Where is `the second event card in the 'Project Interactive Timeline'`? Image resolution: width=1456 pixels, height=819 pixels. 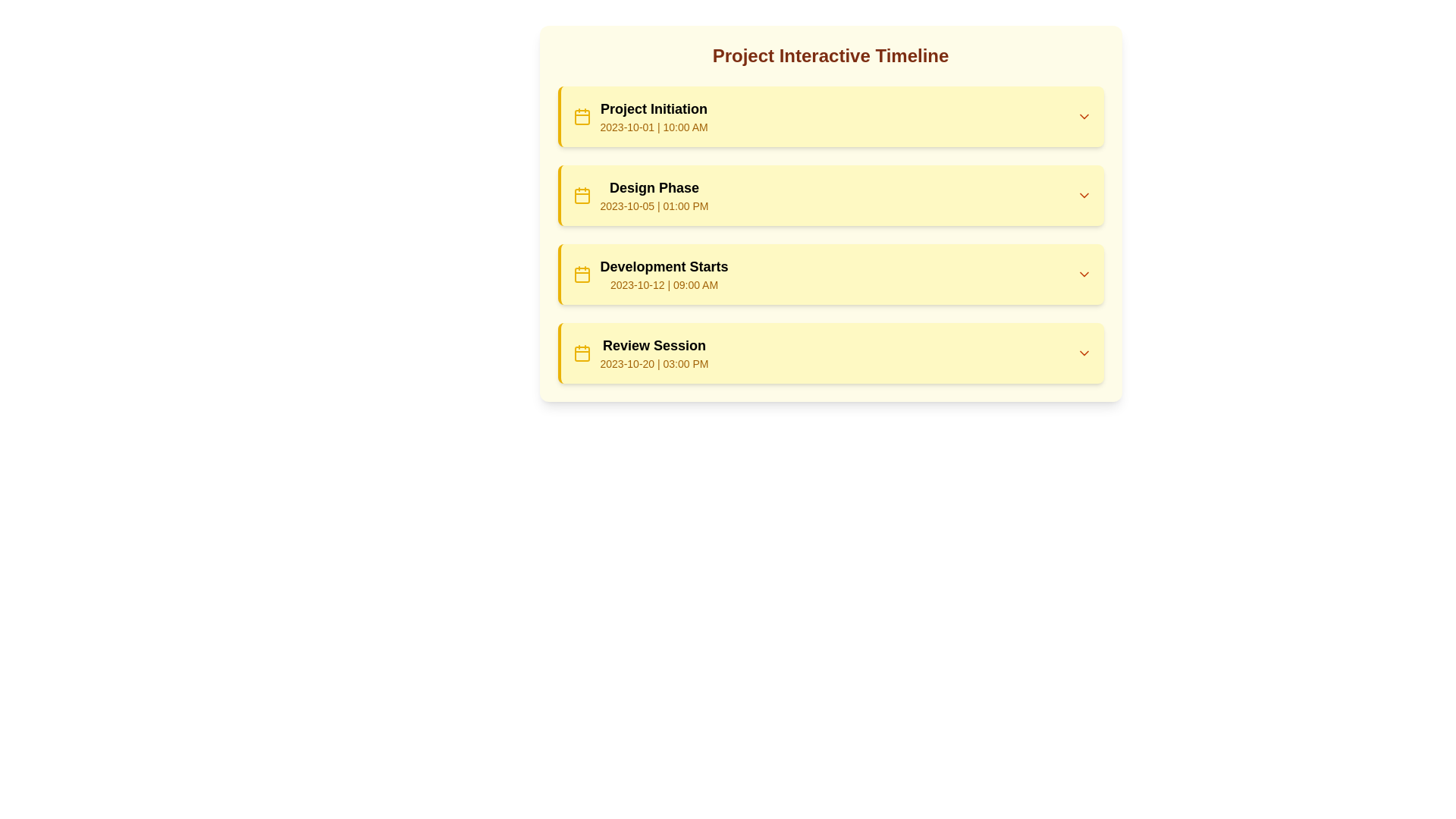 the second event card in the 'Project Interactive Timeline' is located at coordinates (830, 234).